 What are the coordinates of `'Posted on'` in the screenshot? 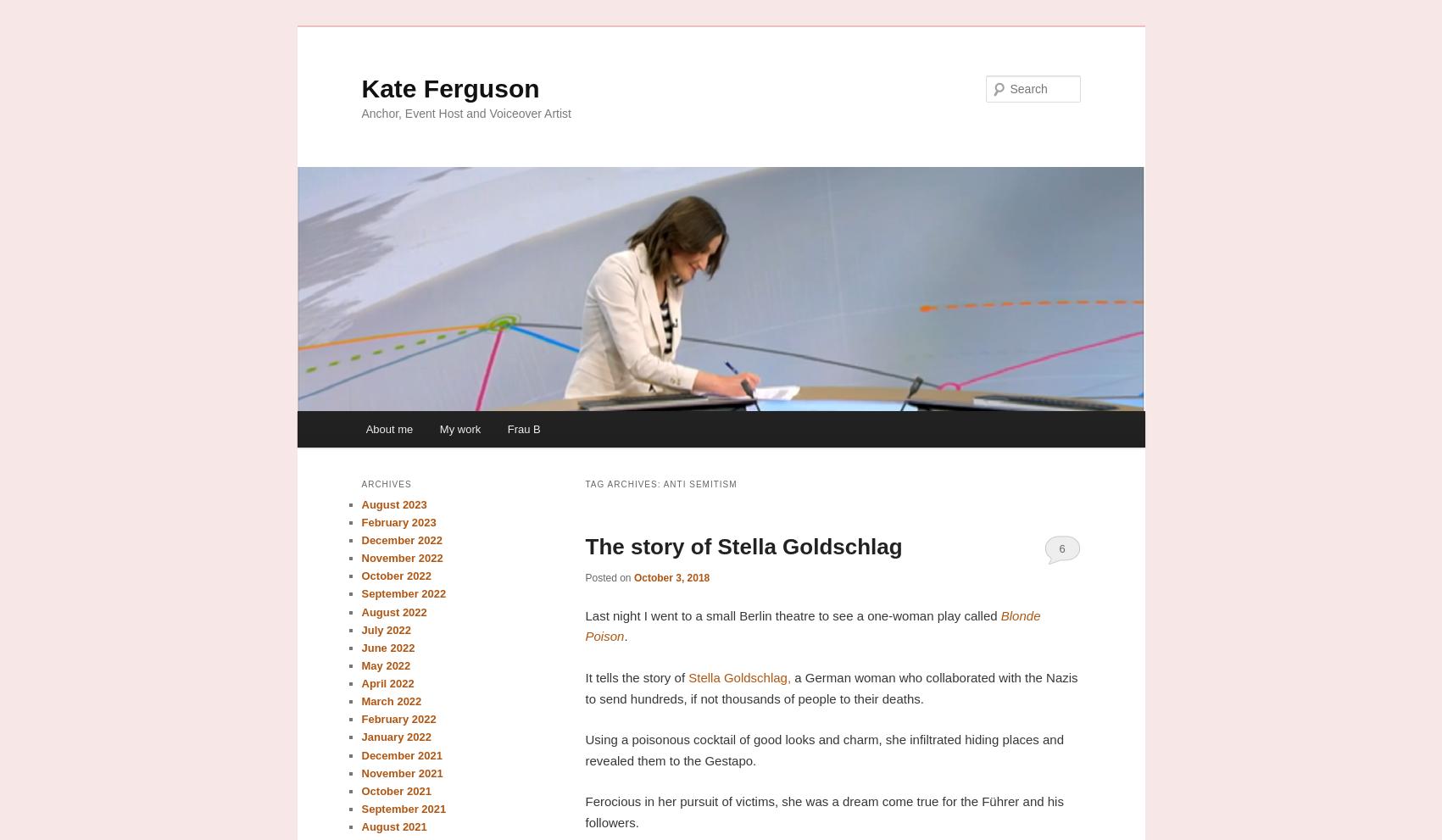 It's located at (583, 577).